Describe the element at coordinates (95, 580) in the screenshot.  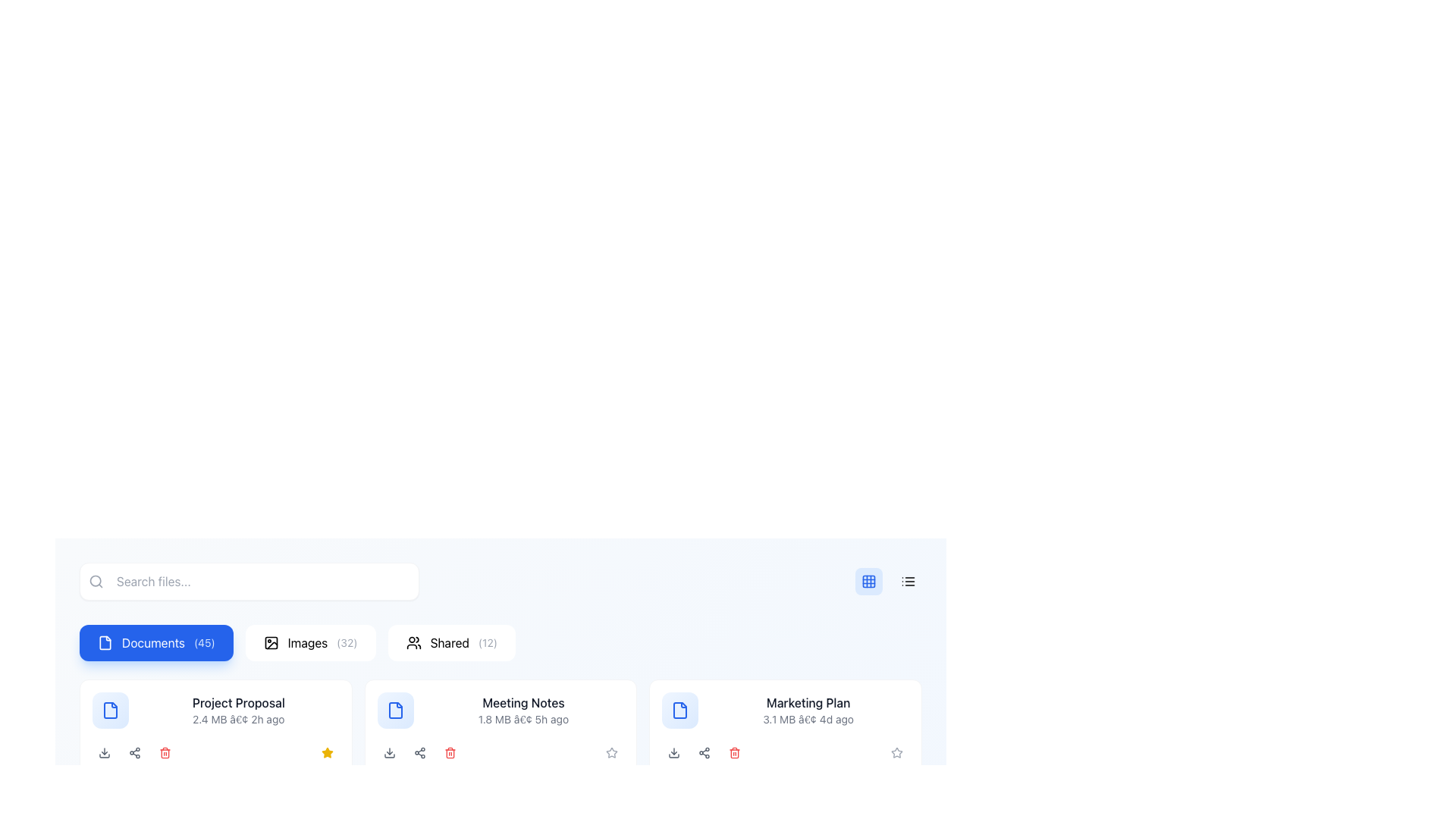
I see `the circular part of the magnifying glass icon, which is positioned towards the left side of the search input box, indicating its functionality` at that location.